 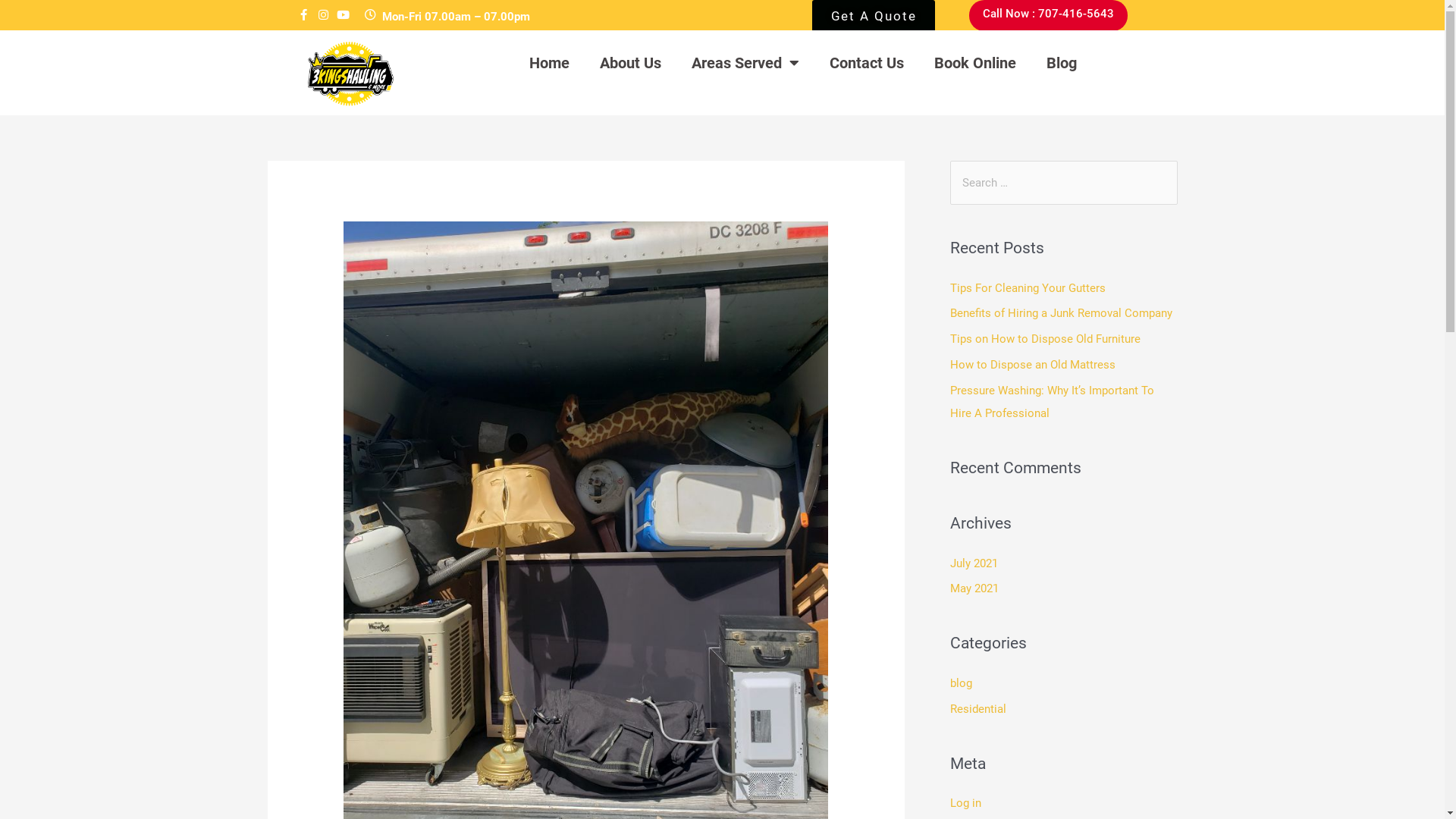 I want to click on 'July 2021', so click(x=949, y=563).